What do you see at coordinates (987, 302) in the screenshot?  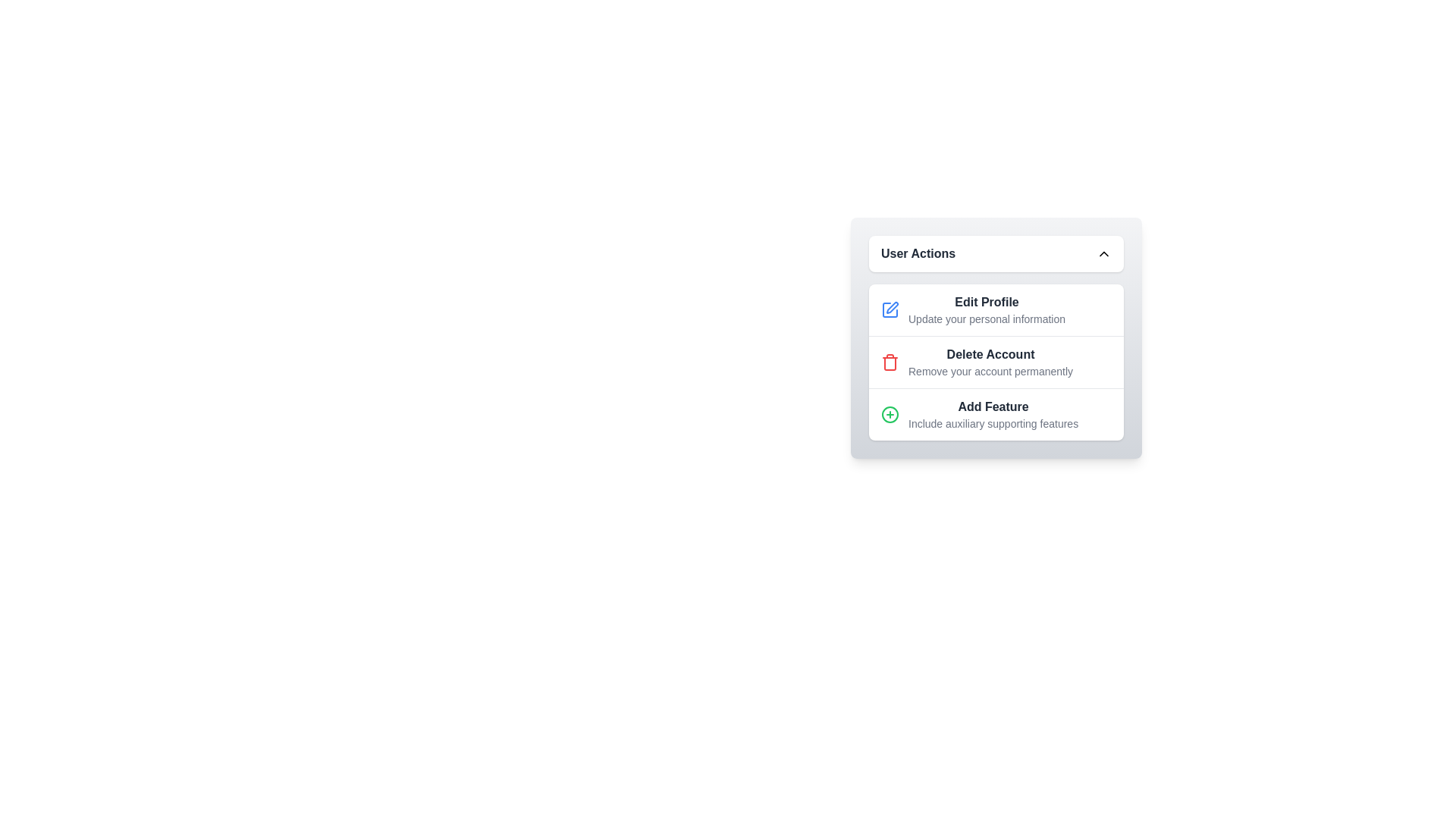 I see `the 'Edit Profile' title text label in the 'User Actions' panel, which serves as an identification for the related functionality` at bounding box center [987, 302].